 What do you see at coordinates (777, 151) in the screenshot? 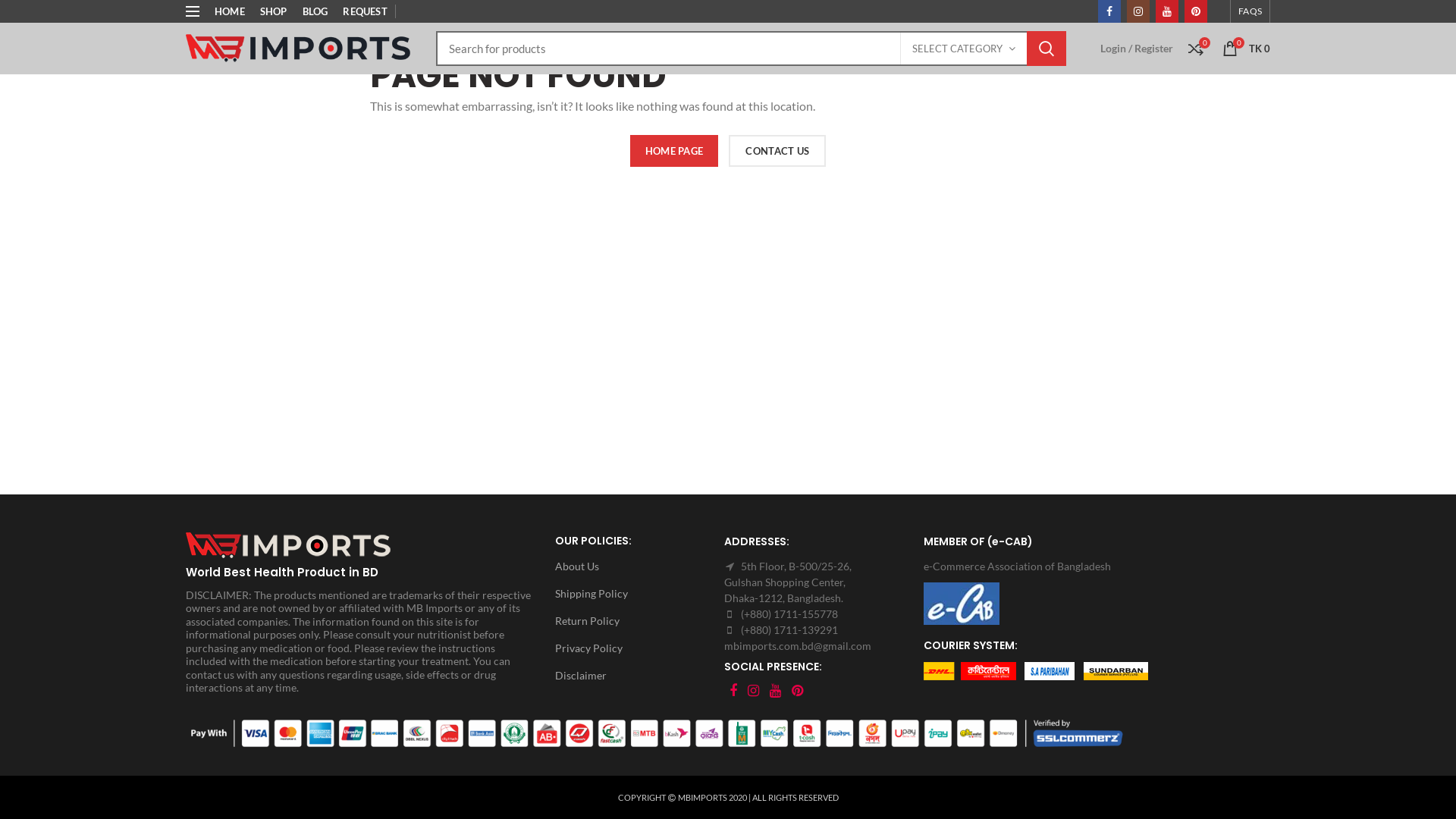
I see `'CONTACT US'` at bounding box center [777, 151].